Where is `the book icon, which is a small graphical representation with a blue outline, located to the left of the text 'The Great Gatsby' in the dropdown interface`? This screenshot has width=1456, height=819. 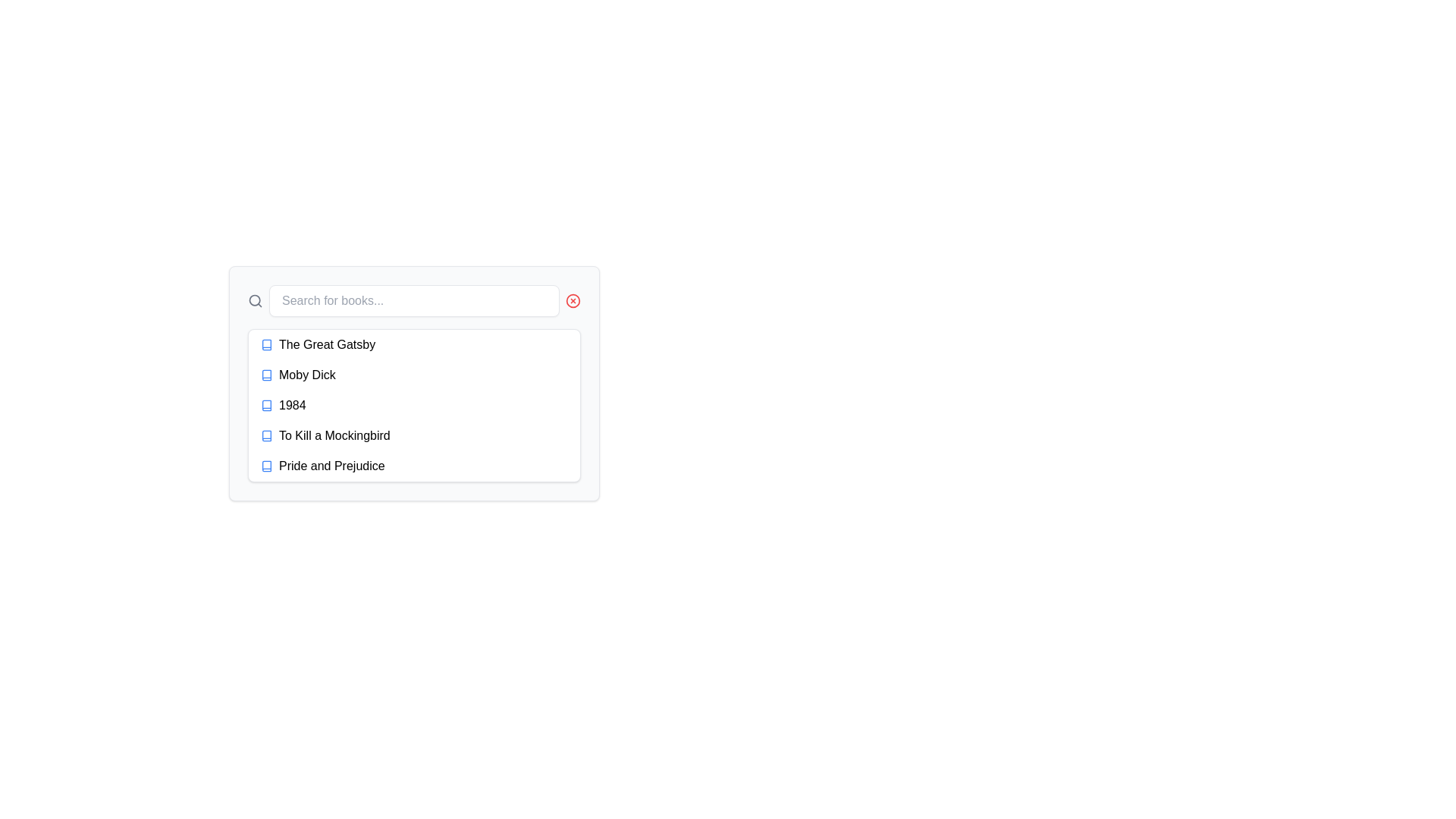
the book icon, which is a small graphical representation with a blue outline, located to the left of the text 'The Great Gatsby' in the dropdown interface is located at coordinates (266, 345).